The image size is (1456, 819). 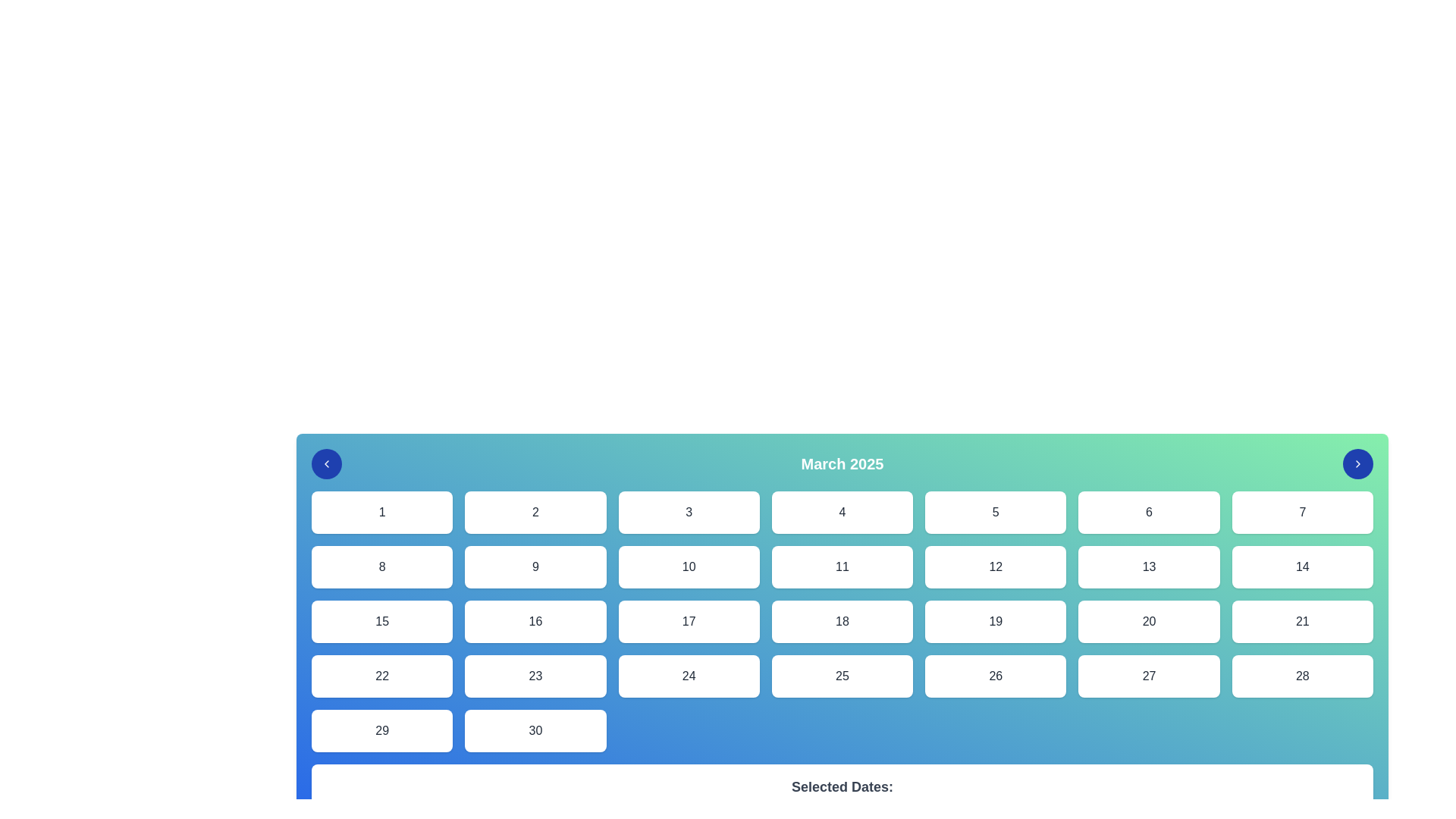 I want to click on the small left-pointing chevron icon within the circular blue button located in the top-left corner of the calendar interface, so click(x=326, y=463).